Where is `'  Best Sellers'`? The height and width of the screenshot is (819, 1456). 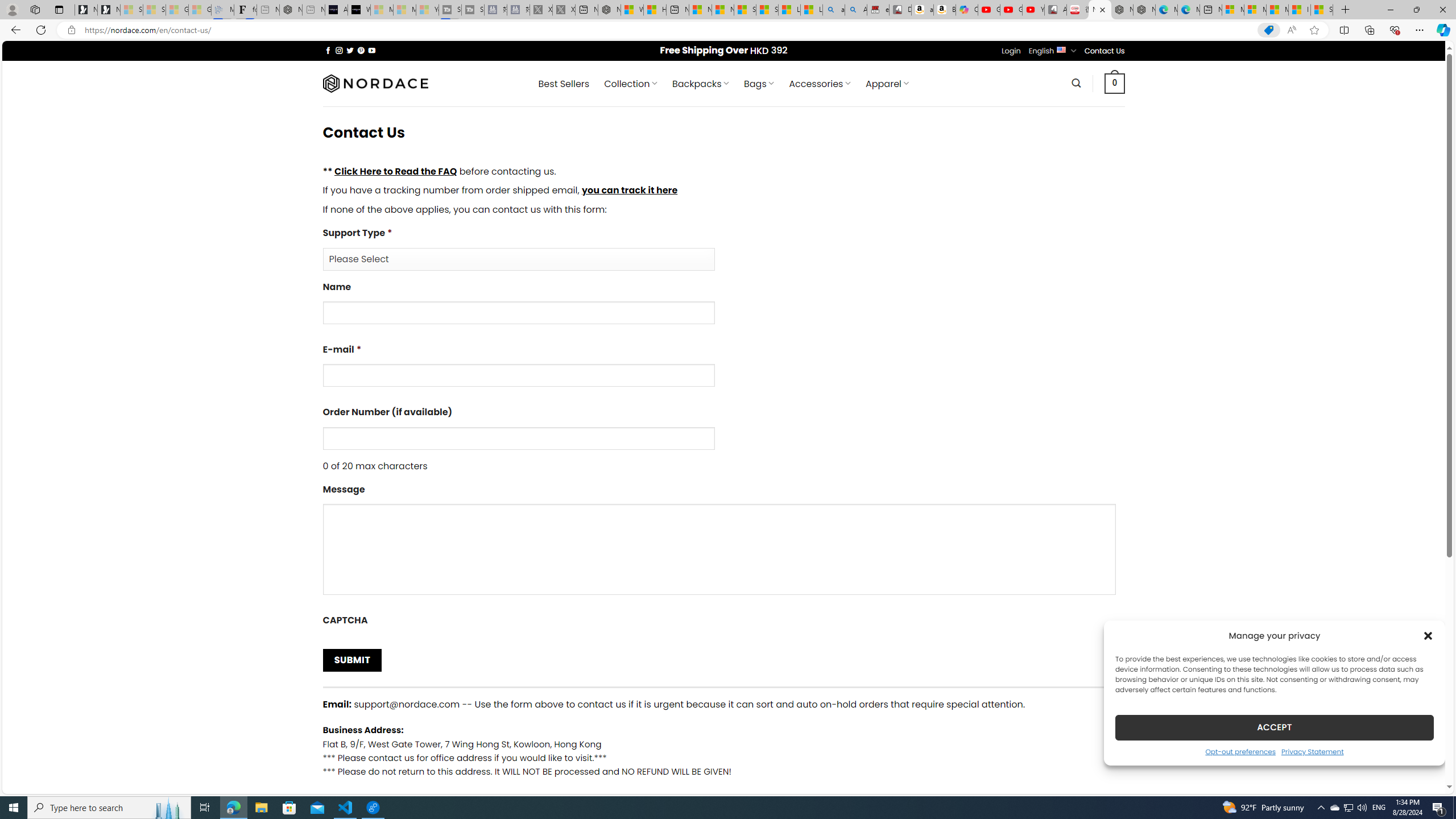 '  Best Sellers' is located at coordinates (564, 83).